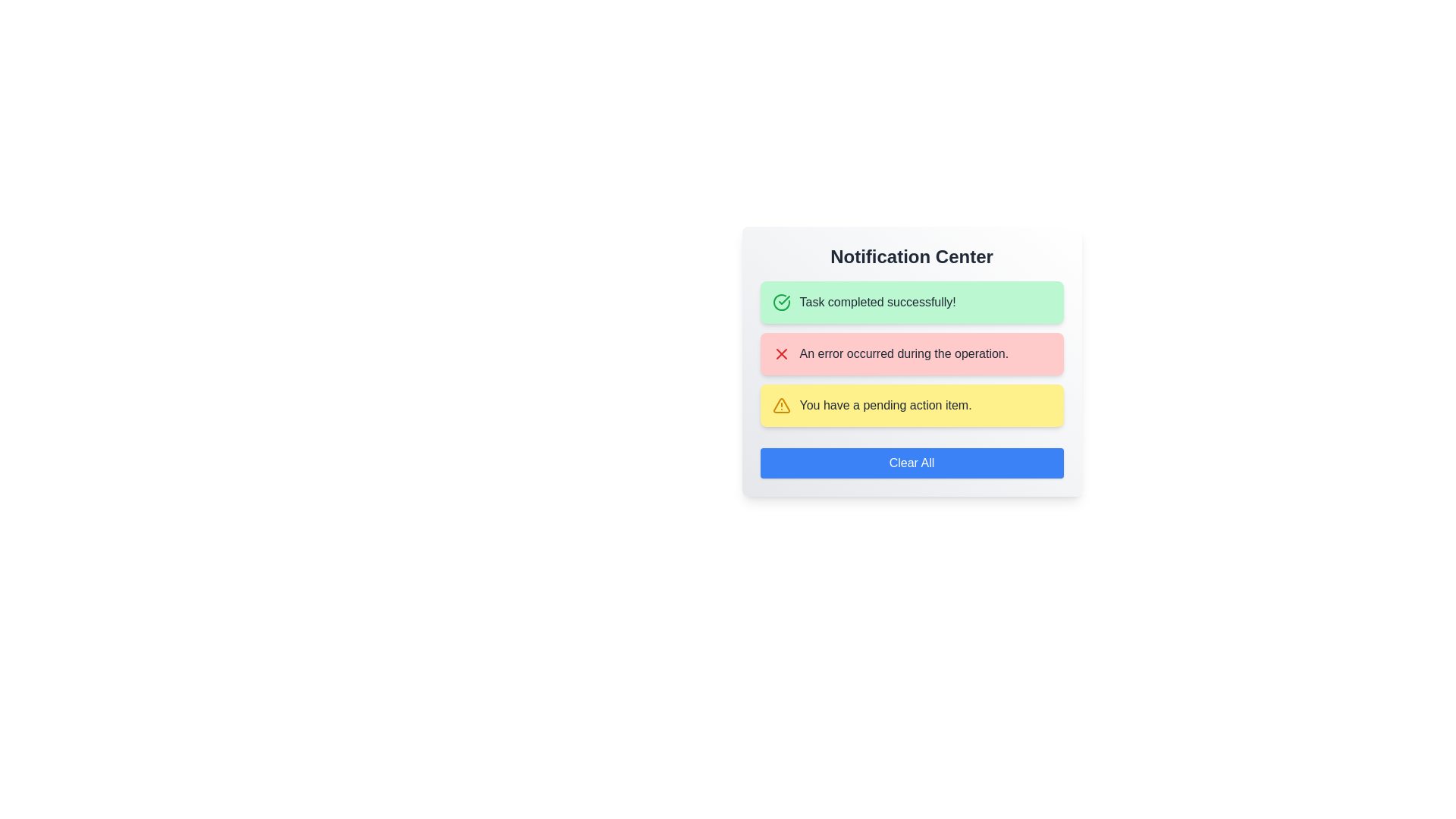  Describe the element at coordinates (781, 405) in the screenshot. I see `the triangular yellow warning icon with an exclamation point, located to the left of the text 'You have a pending action item' in the yellow notification card within the Notification Center` at that location.